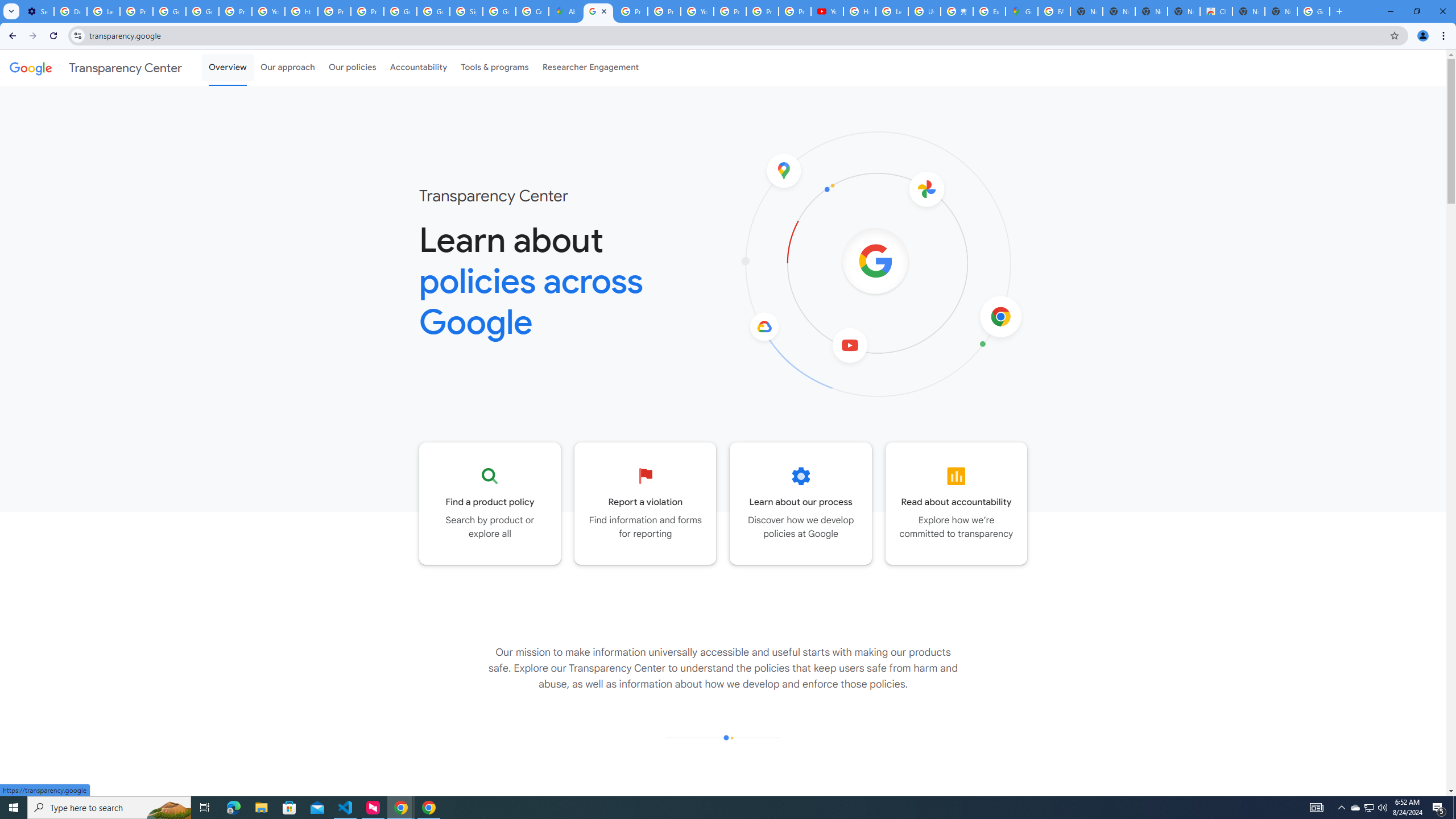 The width and height of the screenshot is (1456, 819). I want to click on 'Researcher Engagement', so click(591, 67).